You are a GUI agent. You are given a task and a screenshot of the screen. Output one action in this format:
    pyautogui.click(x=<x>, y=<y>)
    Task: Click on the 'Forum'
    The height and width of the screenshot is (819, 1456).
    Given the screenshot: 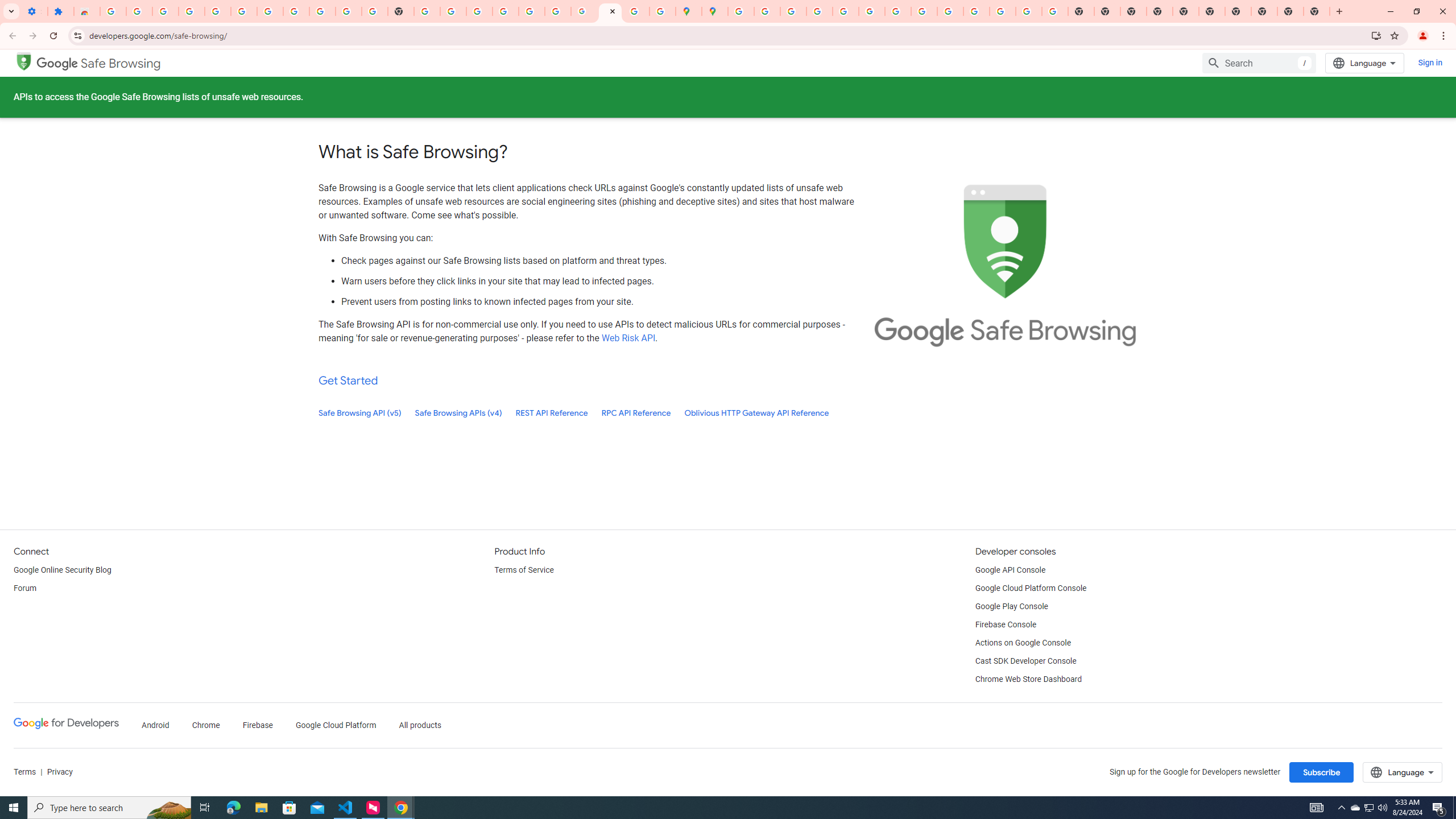 What is the action you would take?
    pyautogui.click(x=24, y=588)
    